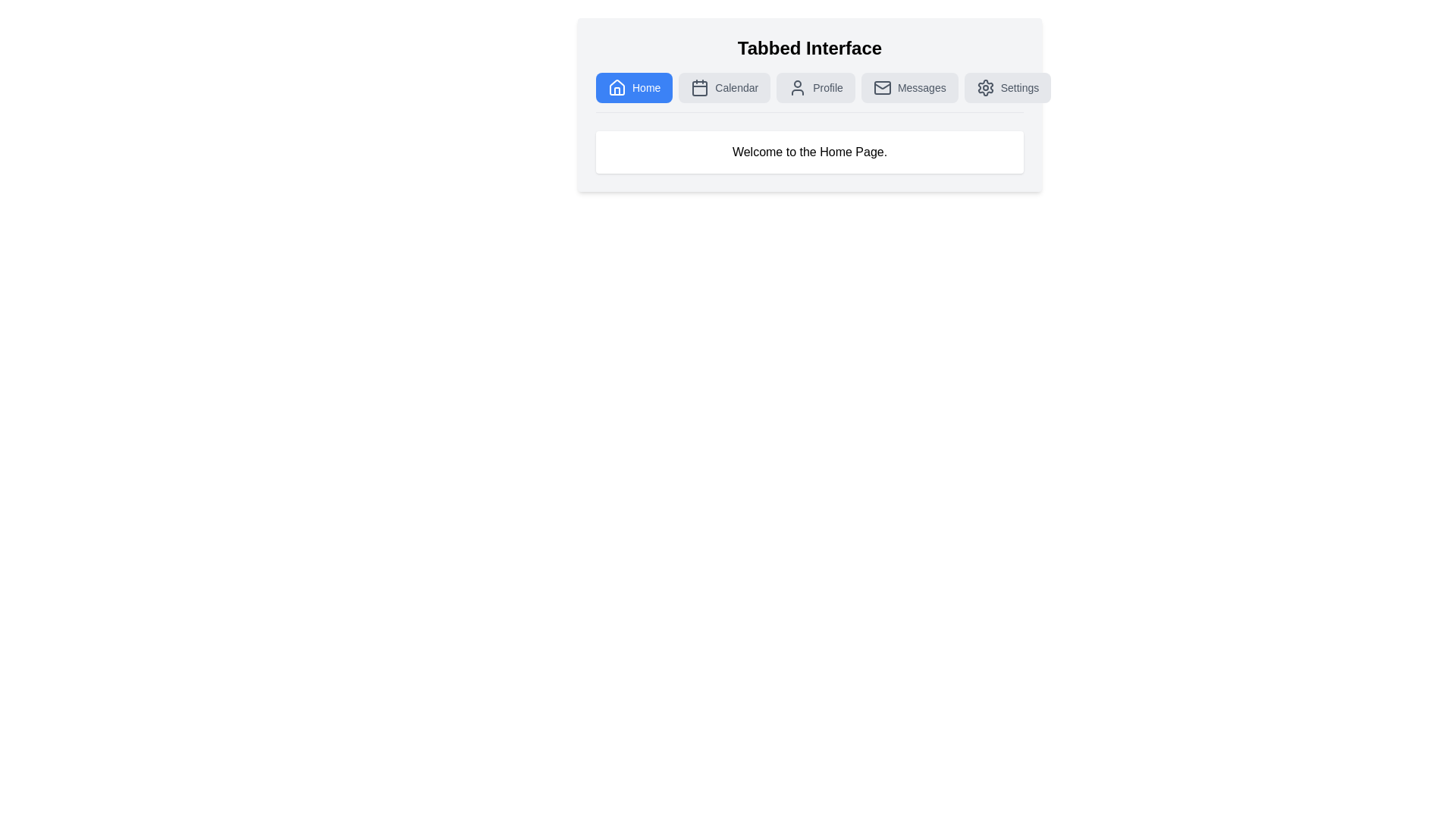 The image size is (1456, 819). I want to click on the 'Calendar' text label in the navigation bar, so click(736, 87).